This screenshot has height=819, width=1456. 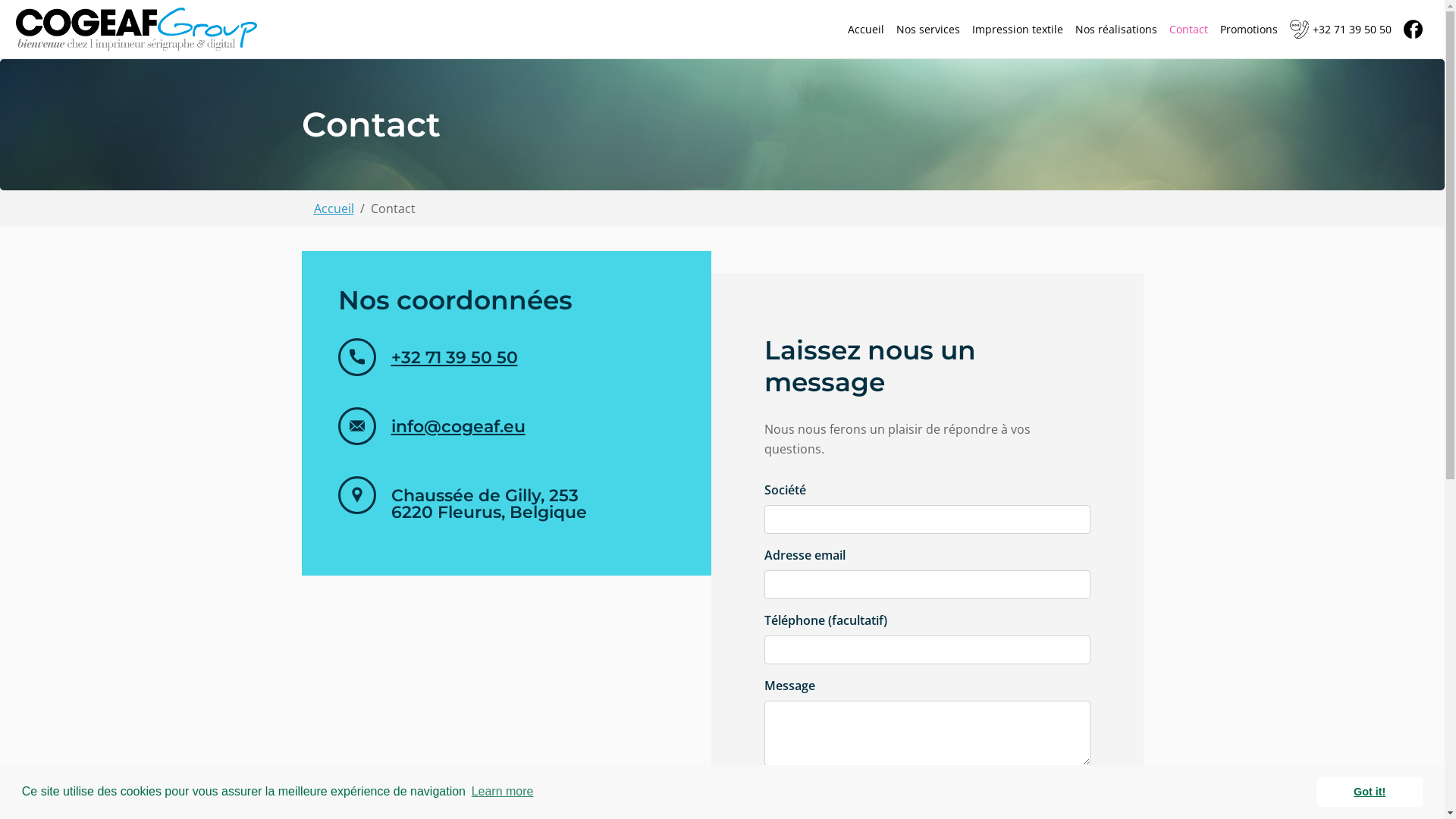 What do you see at coordinates (1188, 29) in the screenshot?
I see `'Contact'` at bounding box center [1188, 29].